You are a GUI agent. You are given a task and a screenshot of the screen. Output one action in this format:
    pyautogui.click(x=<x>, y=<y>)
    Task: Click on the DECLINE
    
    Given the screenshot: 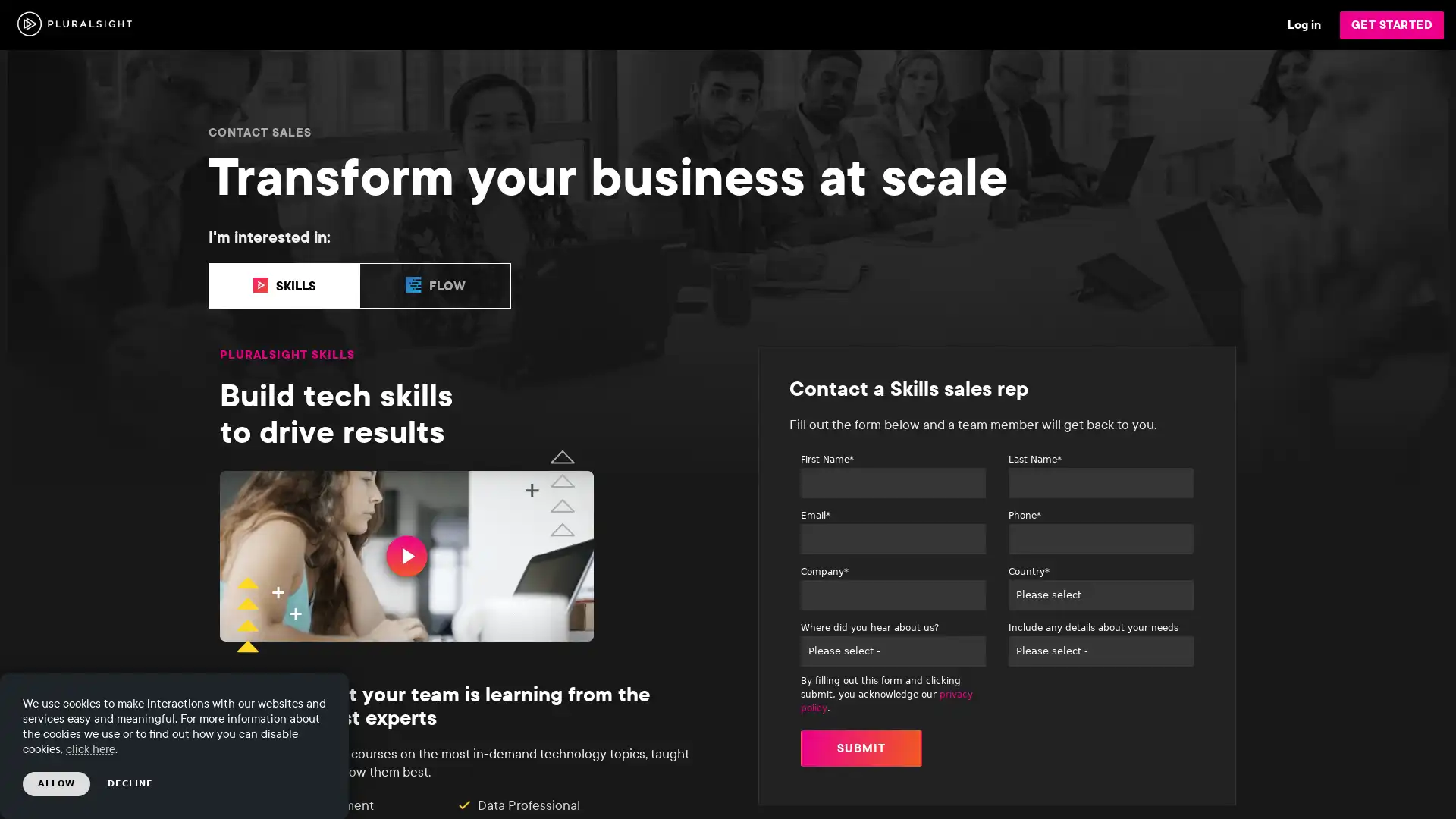 What is the action you would take?
    pyautogui.click(x=130, y=783)
    